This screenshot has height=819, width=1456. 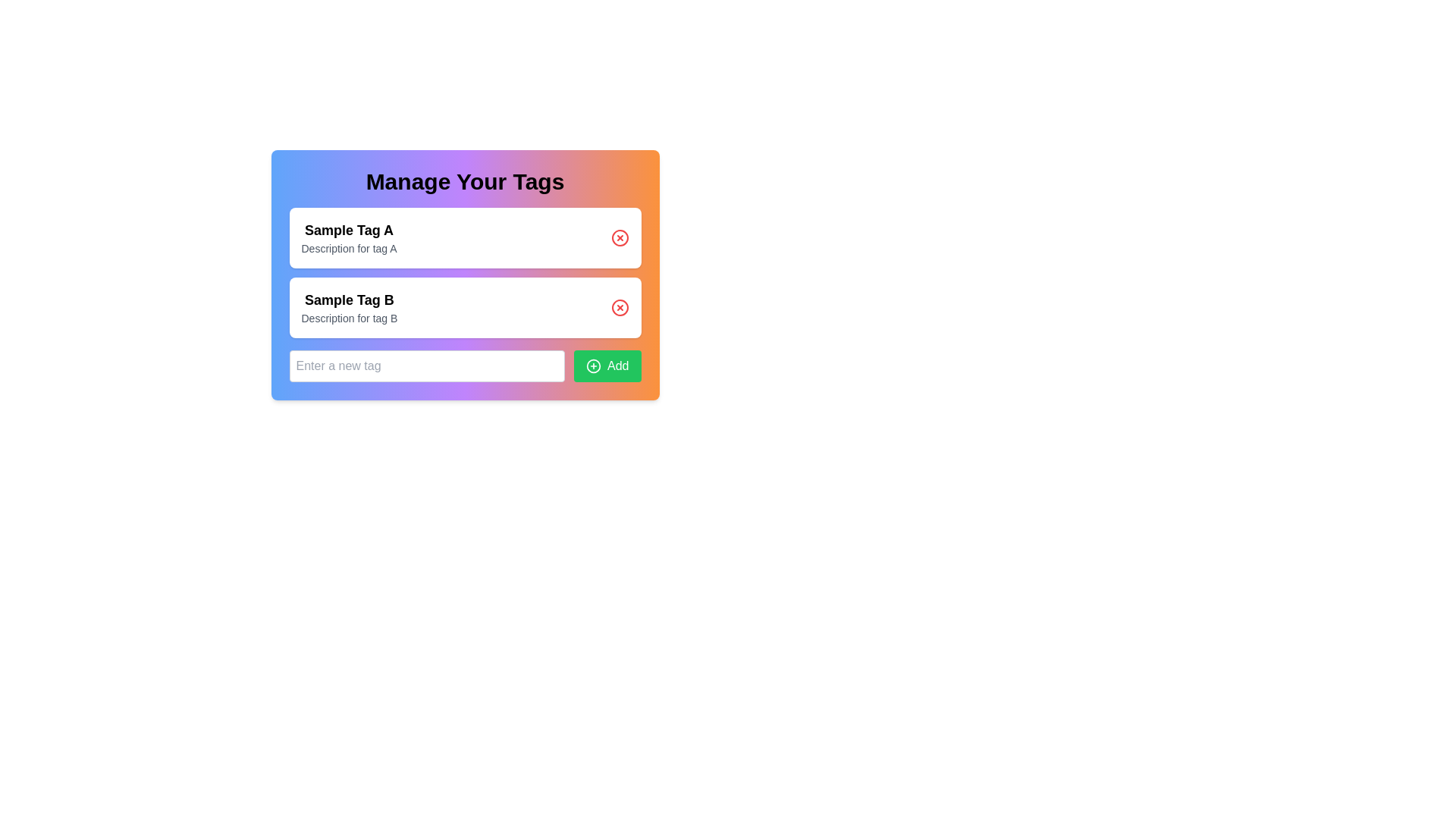 What do you see at coordinates (618, 366) in the screenshot?
I see `the 'Add' button located at the bottom-right corner of the 'Manage Your Tags' interface, which is styled in a green rounded button and contains a plus sign icon` at bounding box center [618, 366].